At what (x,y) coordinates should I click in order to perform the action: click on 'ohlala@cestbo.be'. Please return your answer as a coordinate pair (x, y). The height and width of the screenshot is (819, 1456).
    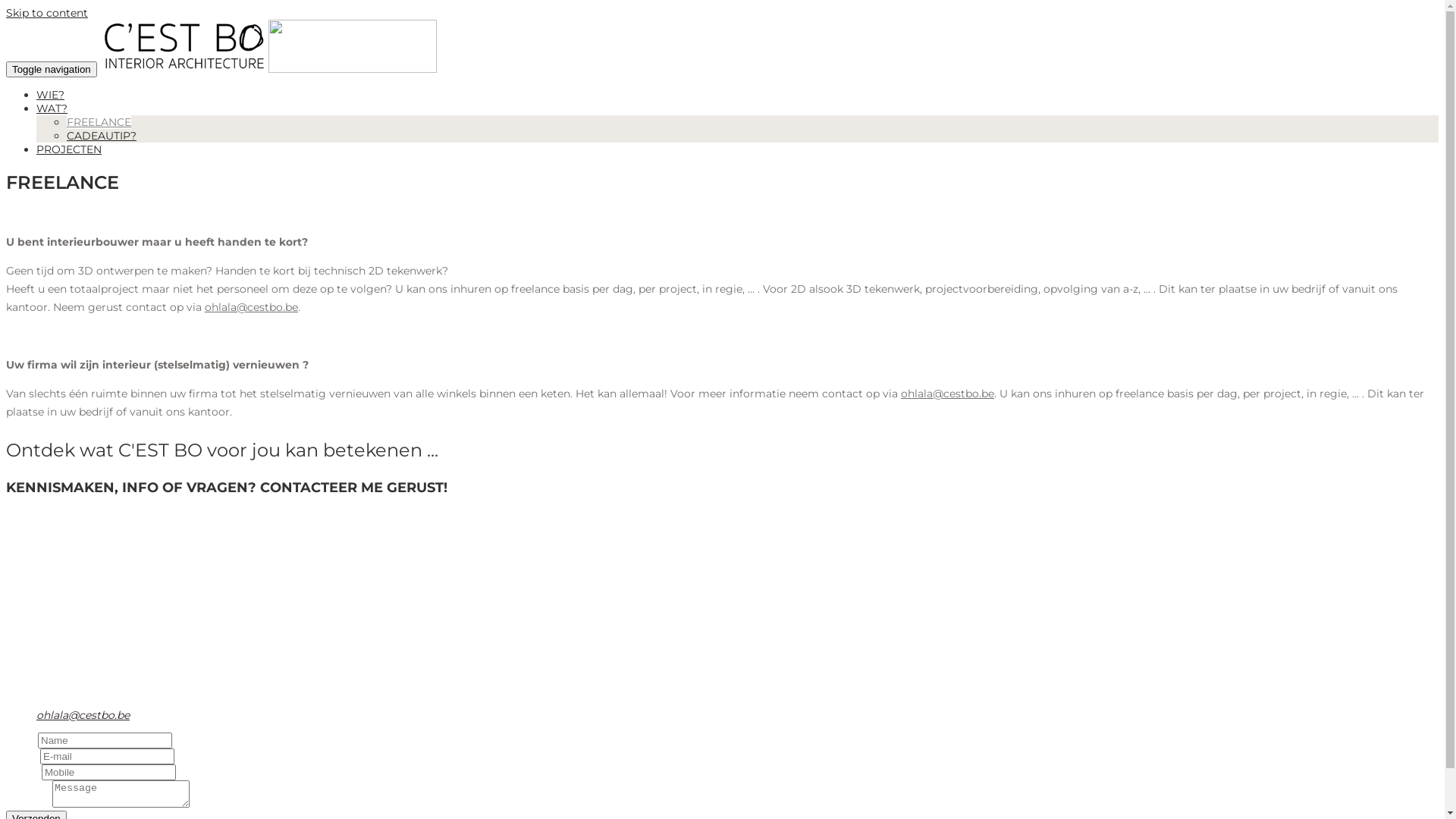
    Looking at the image, I should click on (251, 307).